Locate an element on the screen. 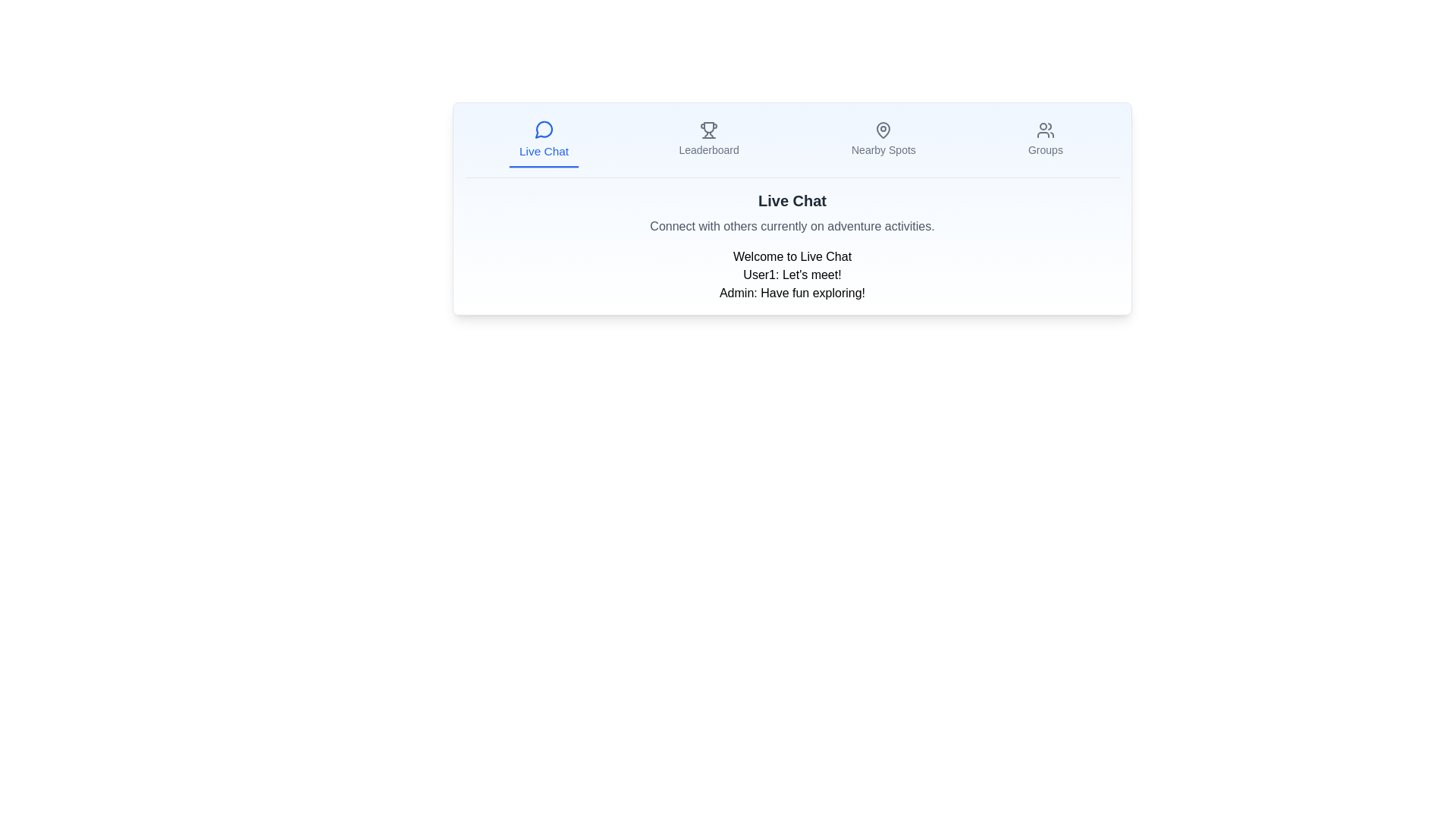 The height and width of the screenshot is (819, 1456). static text label for 'Leaderboard' located in the navigation bar, positioned between 'Live Chat' and 'Nearby Spots', directly beneath a trophy icon is located at coordinates (708, 149).